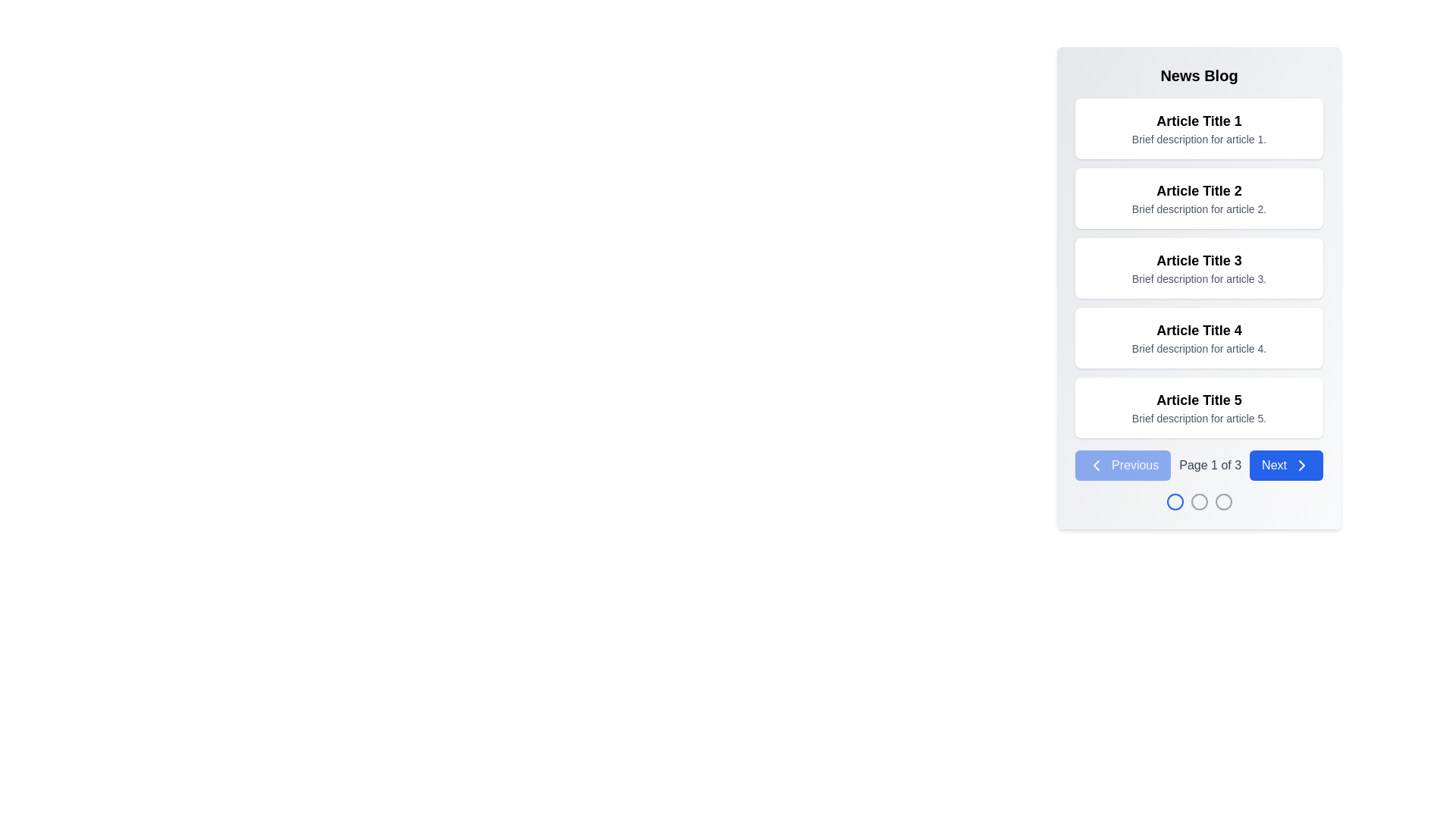 The width and height of the screenshot is (1456, 819). What do you see at coordinates (1198, 259) in the screenshot?
I see `the title component of the article, which is a Text Label located in the upper-middle region of the display, identified as the third element in a vertically stacked list` at bounding box center [1198, 259].